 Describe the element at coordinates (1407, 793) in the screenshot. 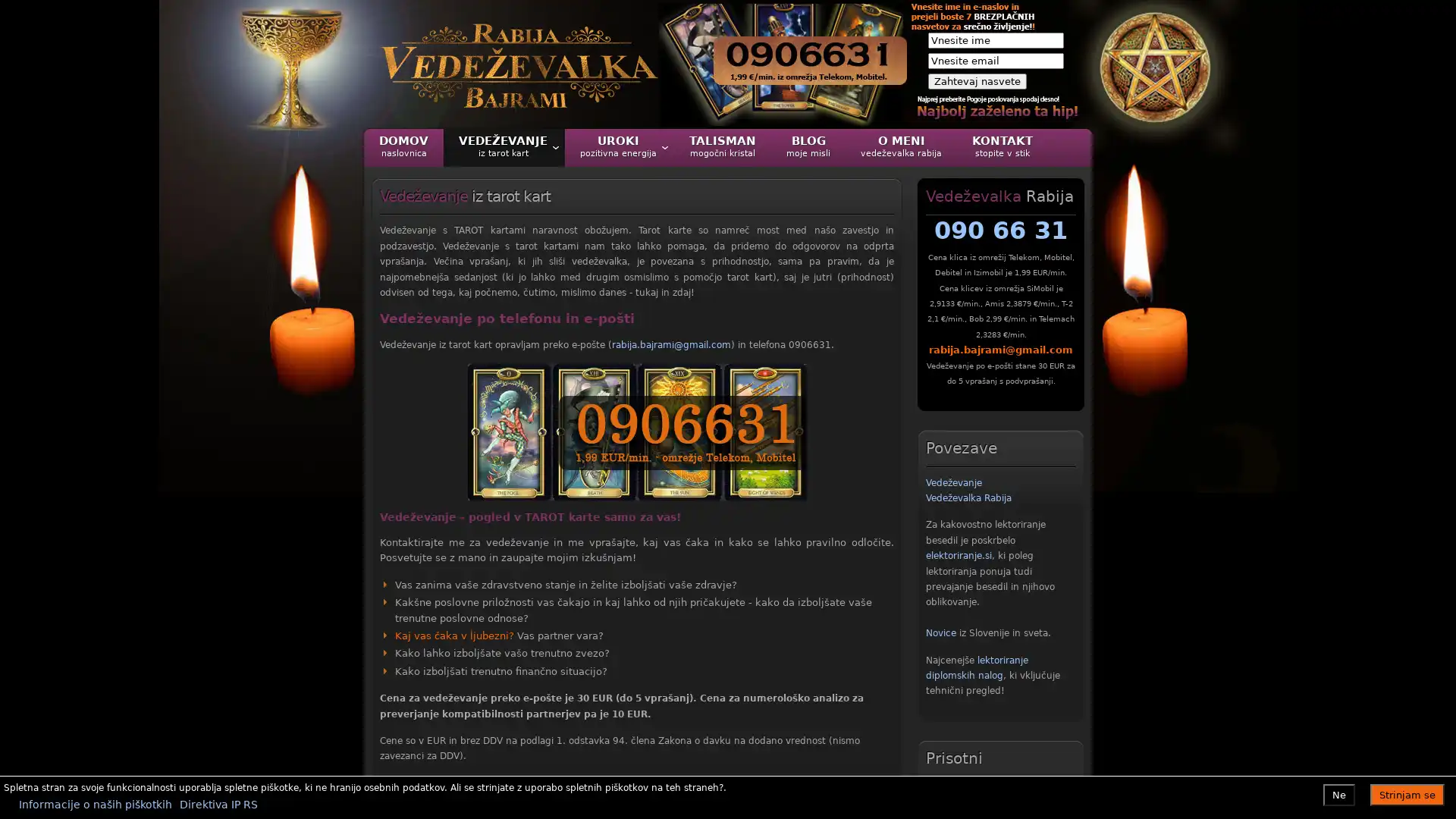

I see `Strinjam se` at that location.